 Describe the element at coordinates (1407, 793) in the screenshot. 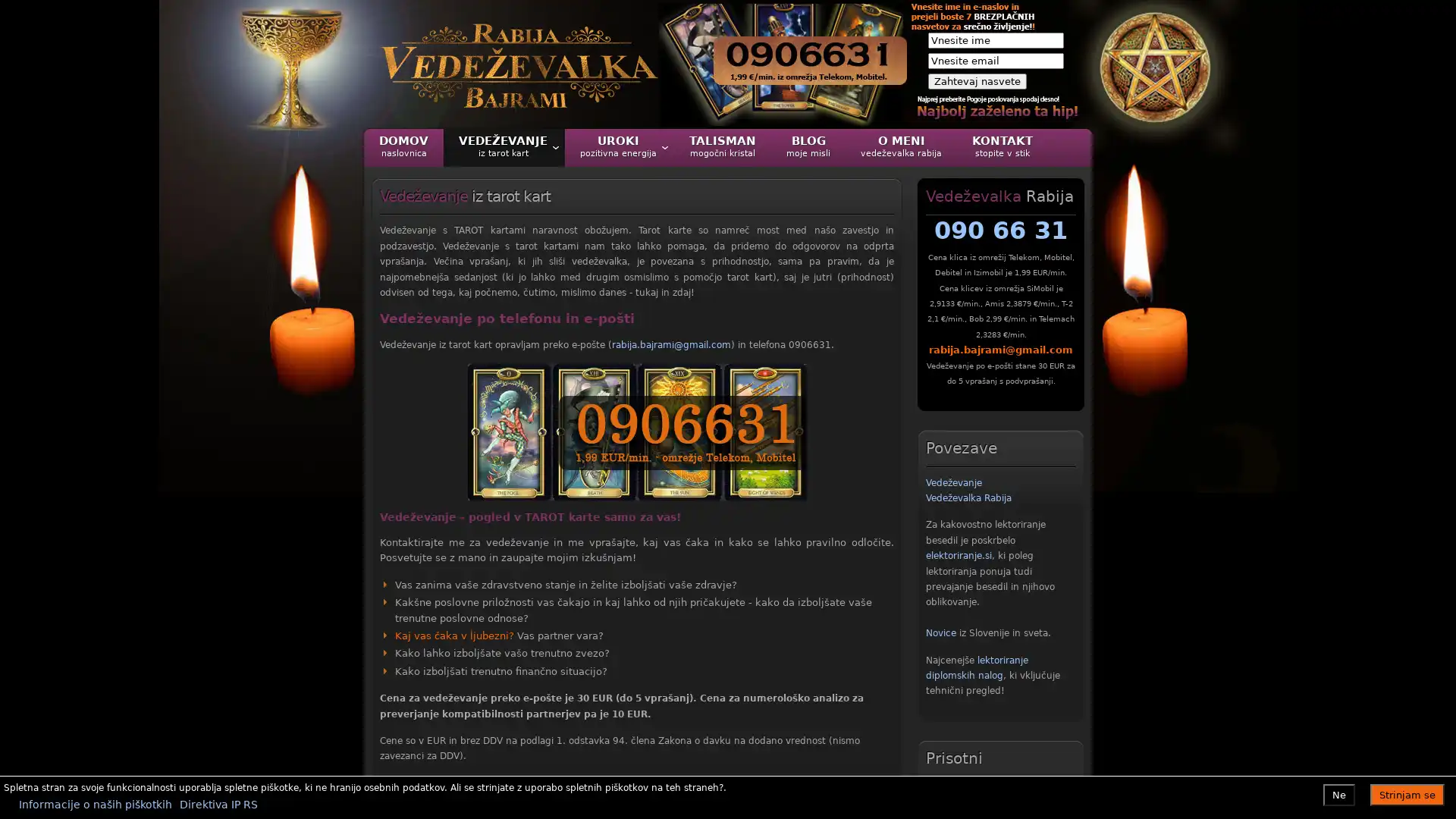

I see `Strinjam se` at that location.